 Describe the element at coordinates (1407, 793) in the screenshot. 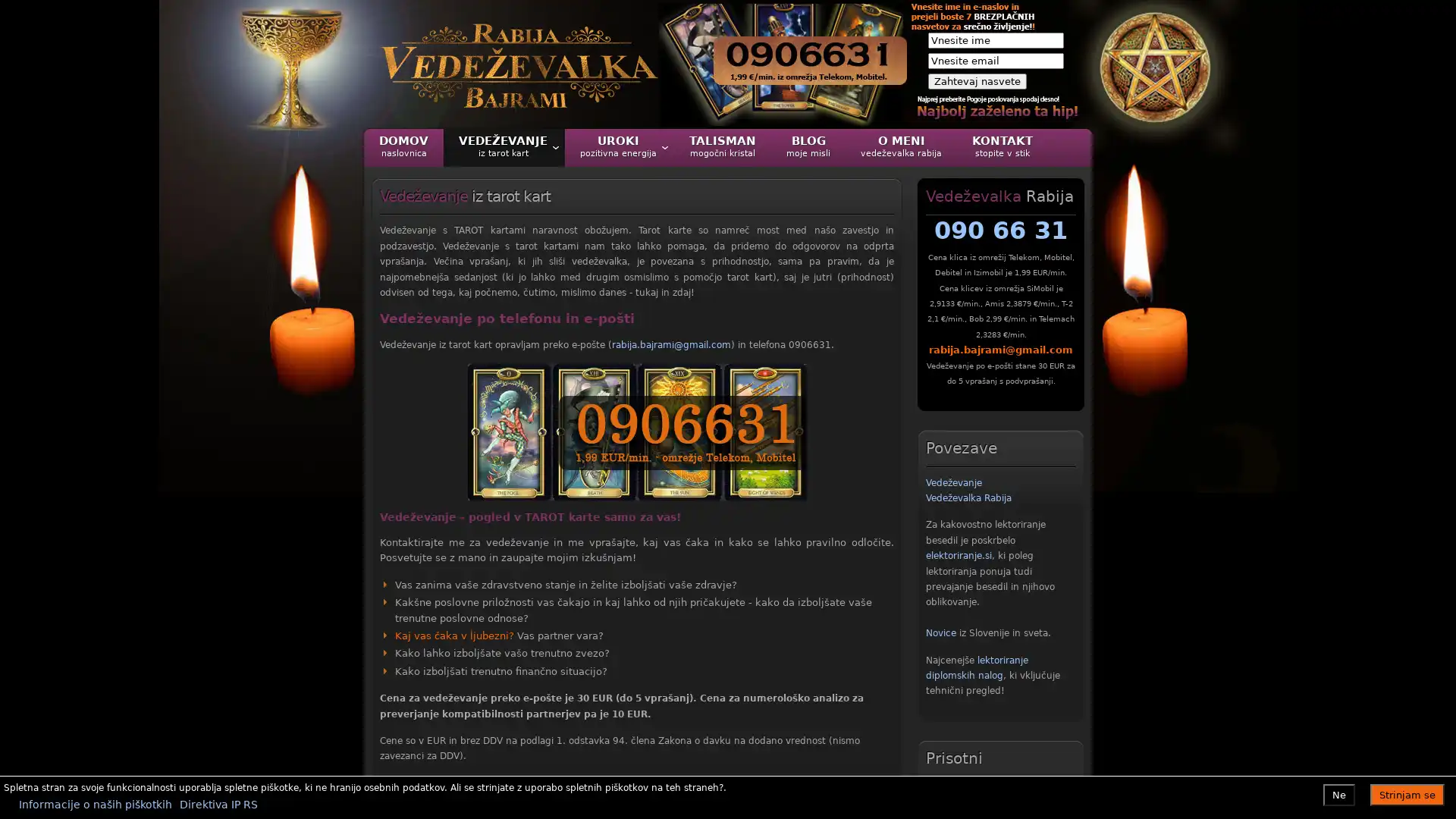

I see `Strinjam se` at that location.